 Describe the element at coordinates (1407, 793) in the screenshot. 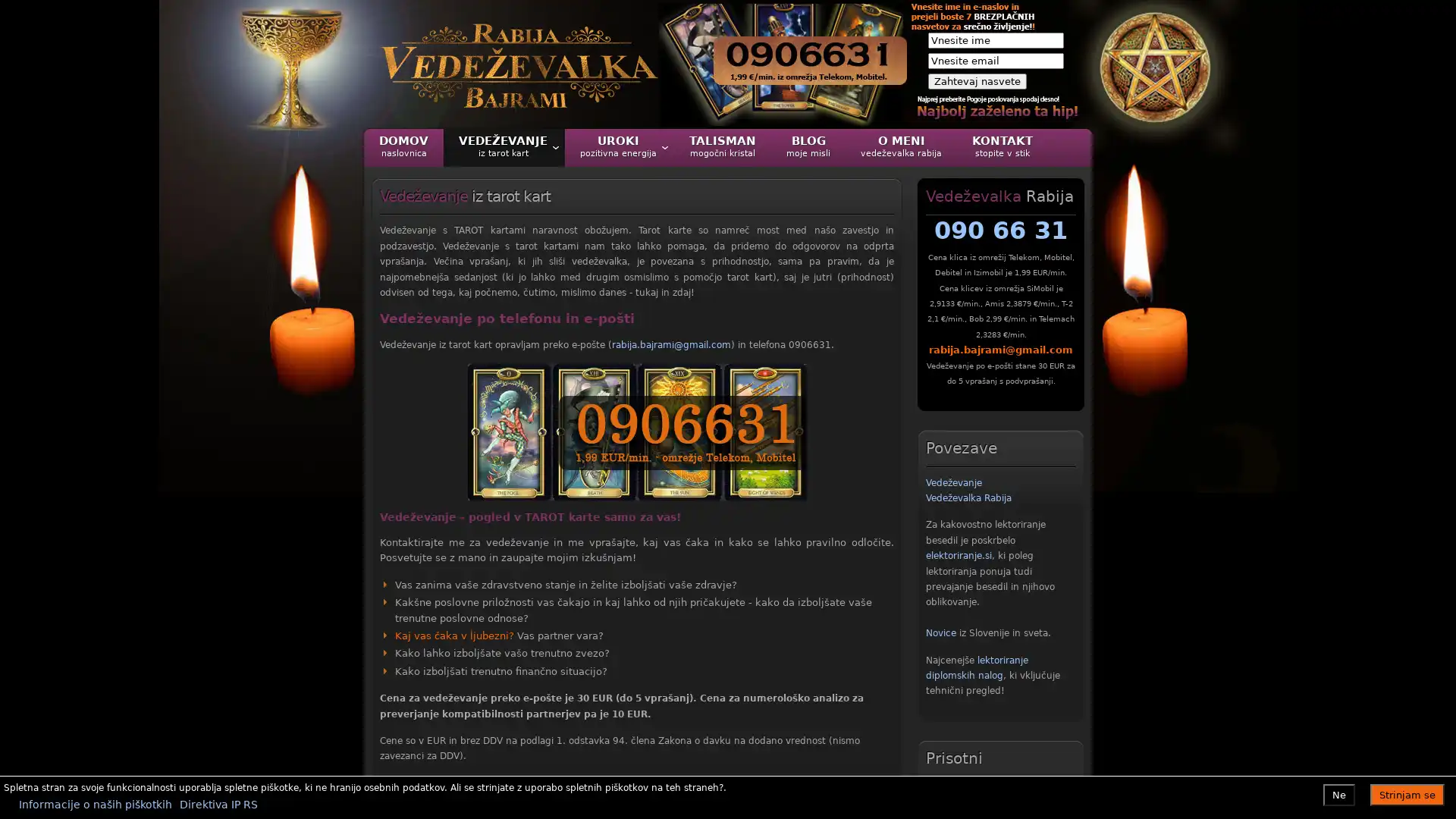

I see `Strinjam se` at that location.